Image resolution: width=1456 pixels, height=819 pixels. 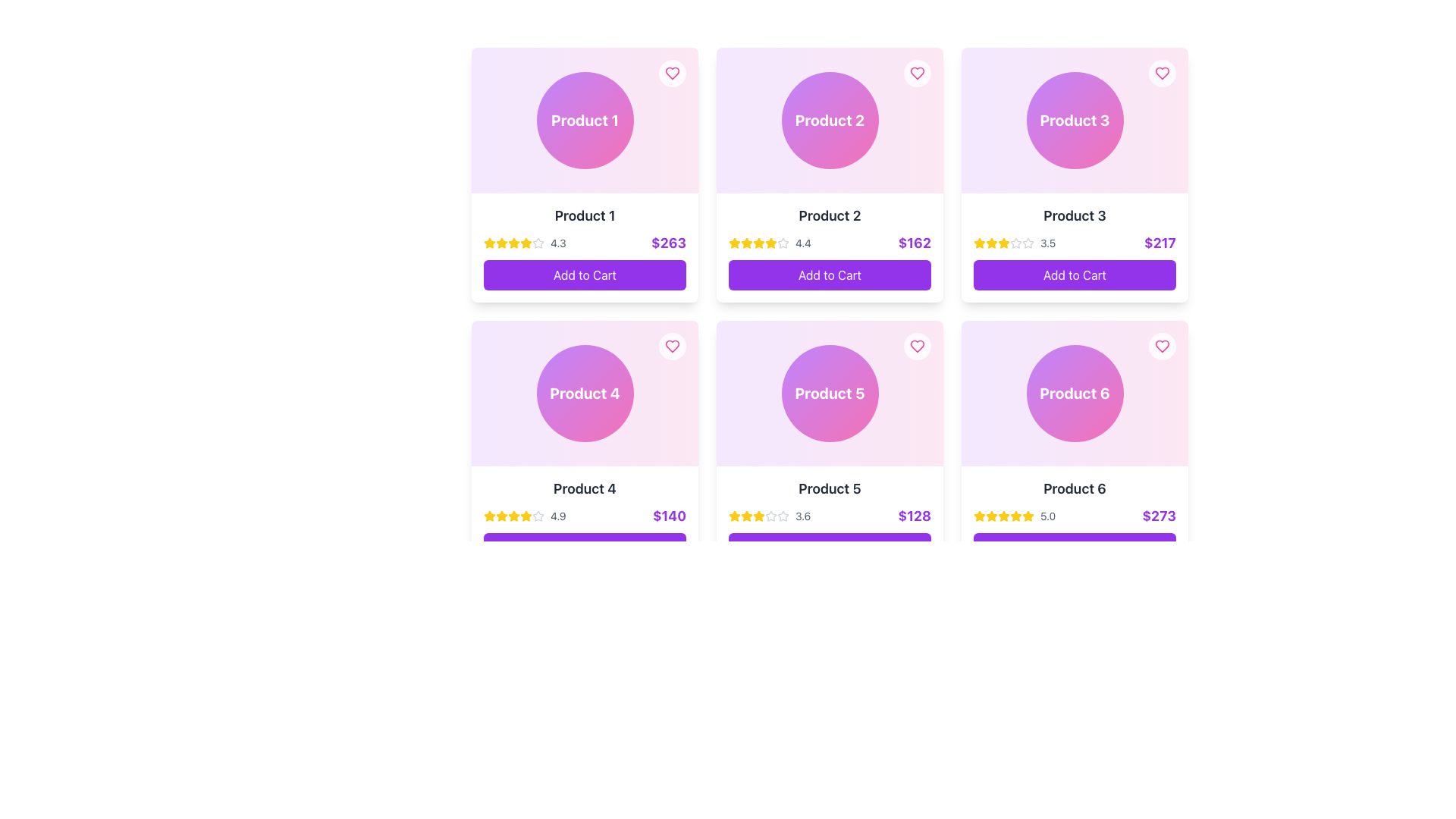 What do you see at coordinates (735, 516) in the screenshot?
I see `the first star icon in the rating area of the 'Product 5' card, located in the second row, second column of the grid layout, which visually represents a portion of a rating score` at bounding box center [735, 516].